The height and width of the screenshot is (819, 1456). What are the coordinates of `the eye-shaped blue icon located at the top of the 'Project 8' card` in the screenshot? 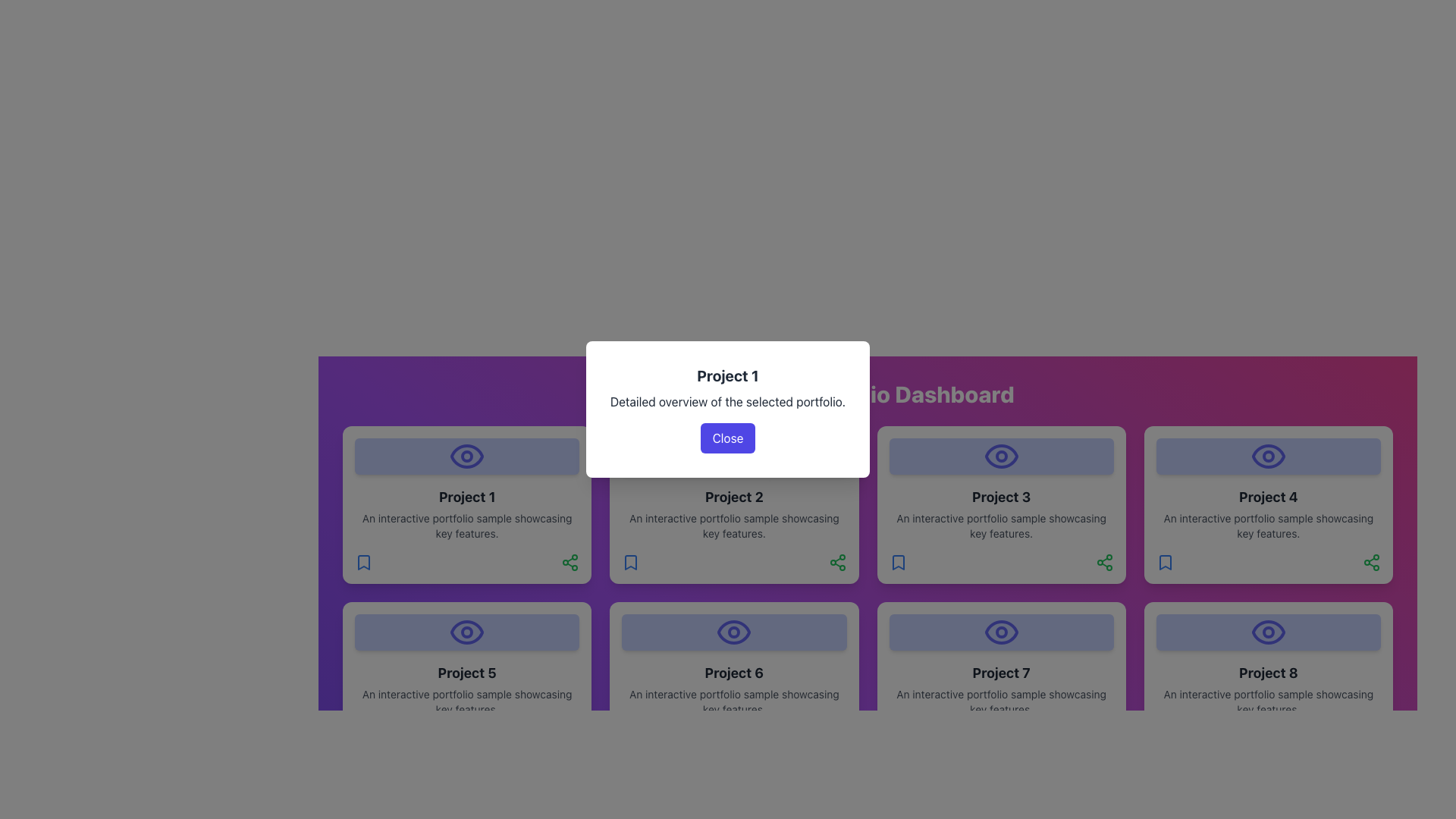 It's located at (1268, 632).